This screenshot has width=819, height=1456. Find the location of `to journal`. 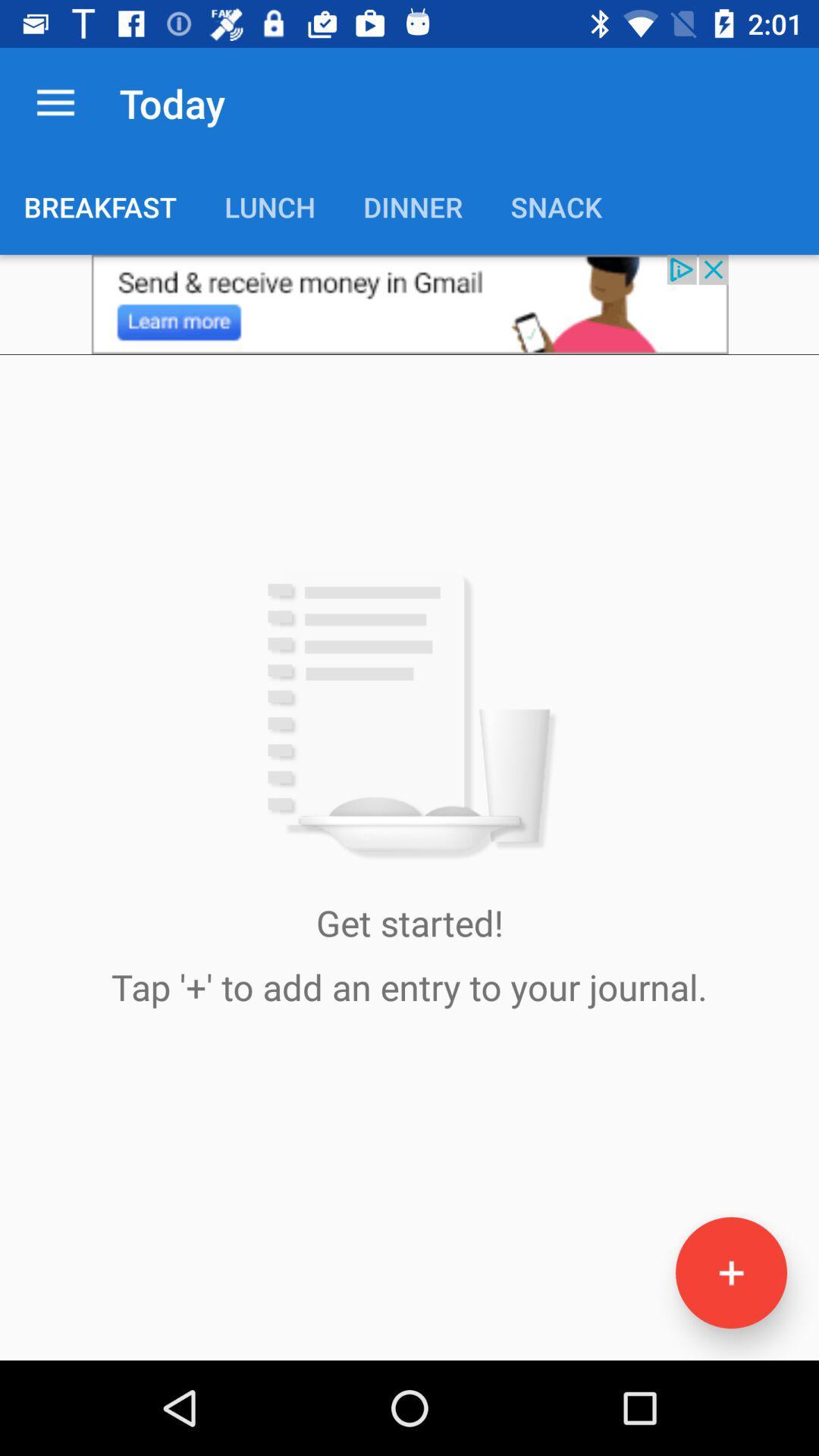

to journal is located at coordinates (730, 1272).